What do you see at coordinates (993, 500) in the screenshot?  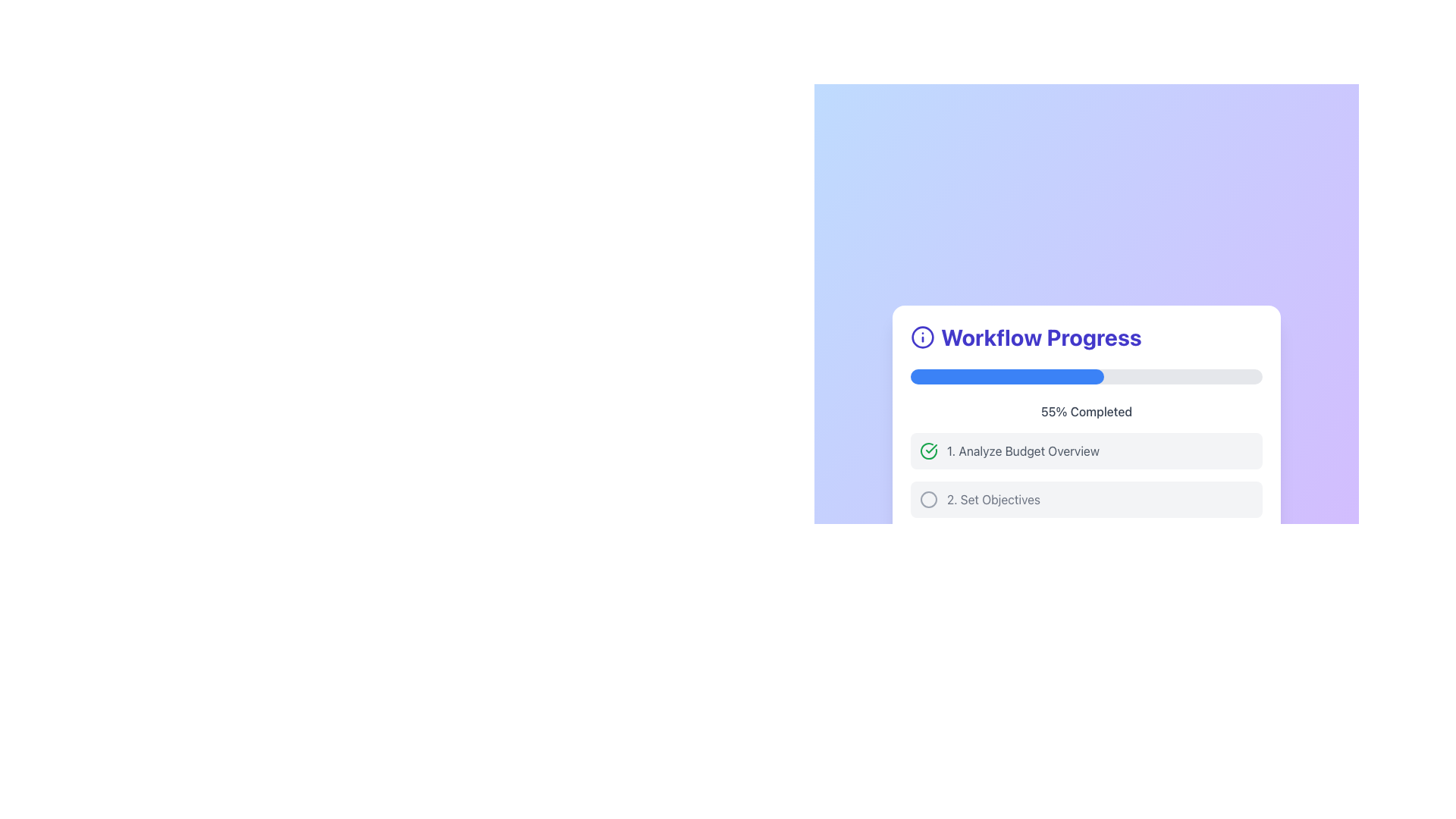 I see `the descriptive text label for the second step in the workflow, which is located below the '1. Analyze Budget Overview' label` at bounding box center [993, 500].